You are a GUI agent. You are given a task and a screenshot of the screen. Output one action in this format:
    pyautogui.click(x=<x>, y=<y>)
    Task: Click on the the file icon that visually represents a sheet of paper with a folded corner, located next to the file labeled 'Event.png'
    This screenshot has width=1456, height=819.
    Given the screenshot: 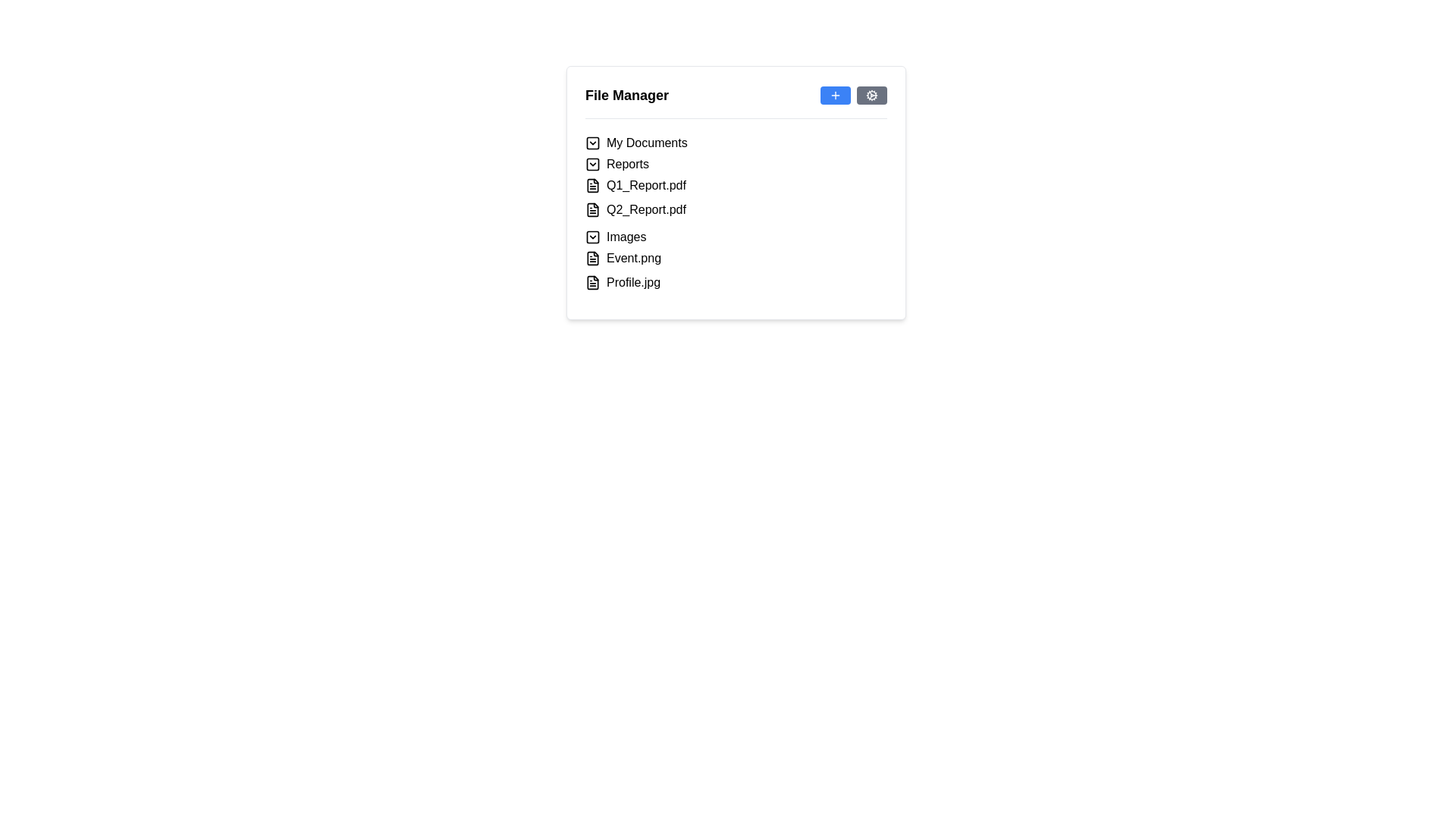 What is the action you would take?
    pyautogui.click(x=592, y=257)
    